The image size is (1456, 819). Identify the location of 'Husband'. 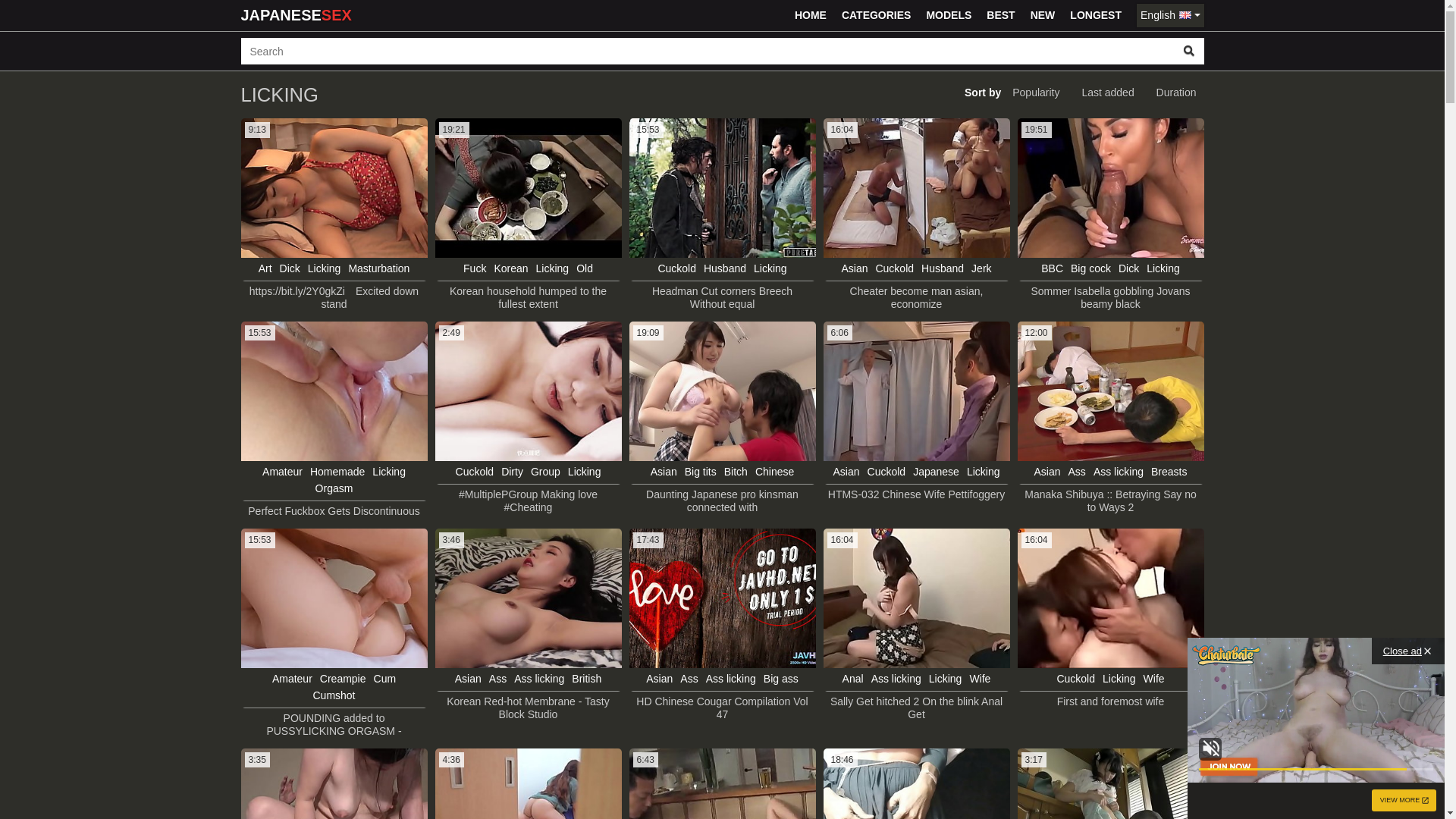
(723, 268).